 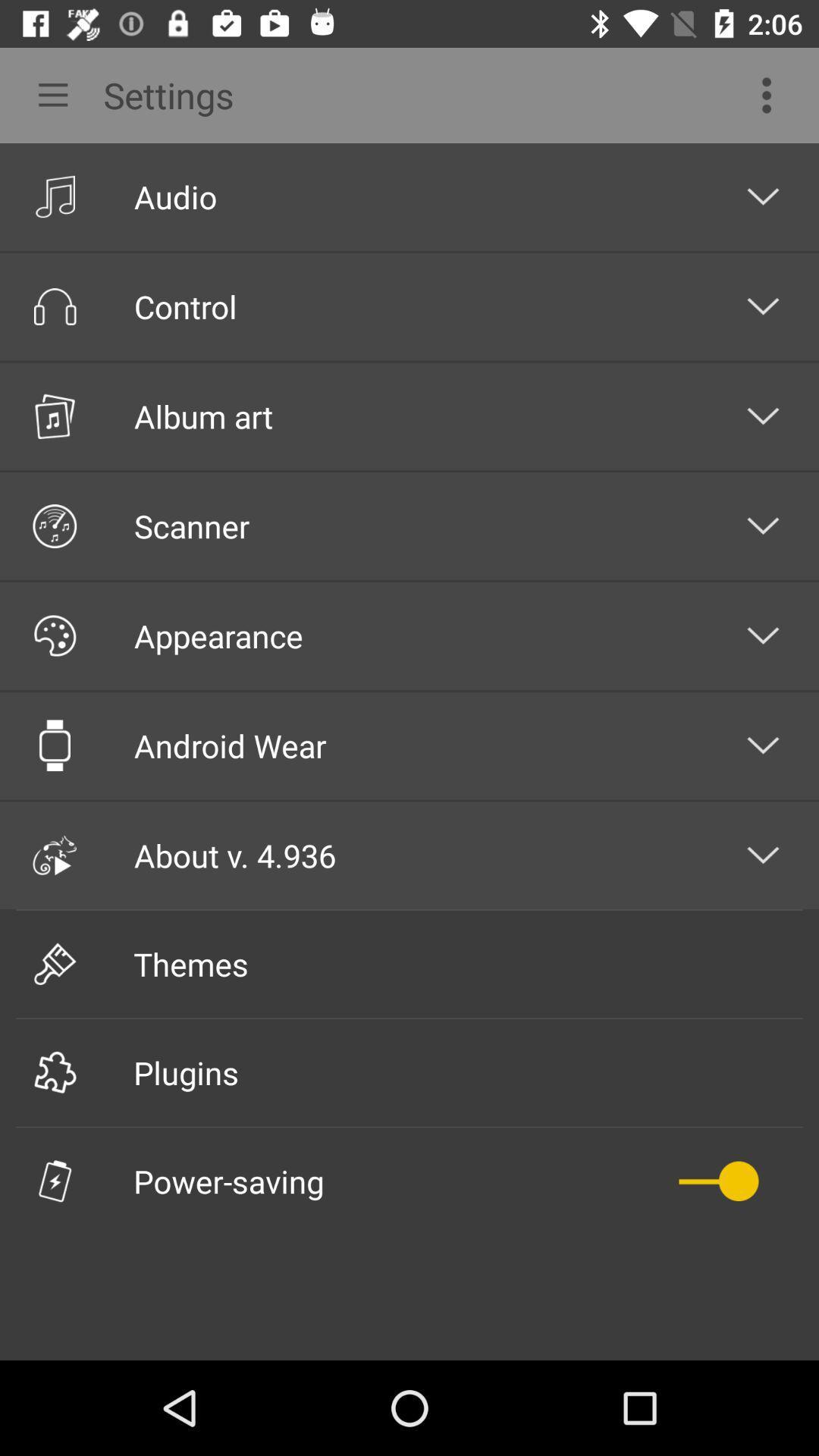 What do you see at coordinates (771, 94) in the screenshot?
I see `the item next to the settings item` at bounding box center [771, 94].